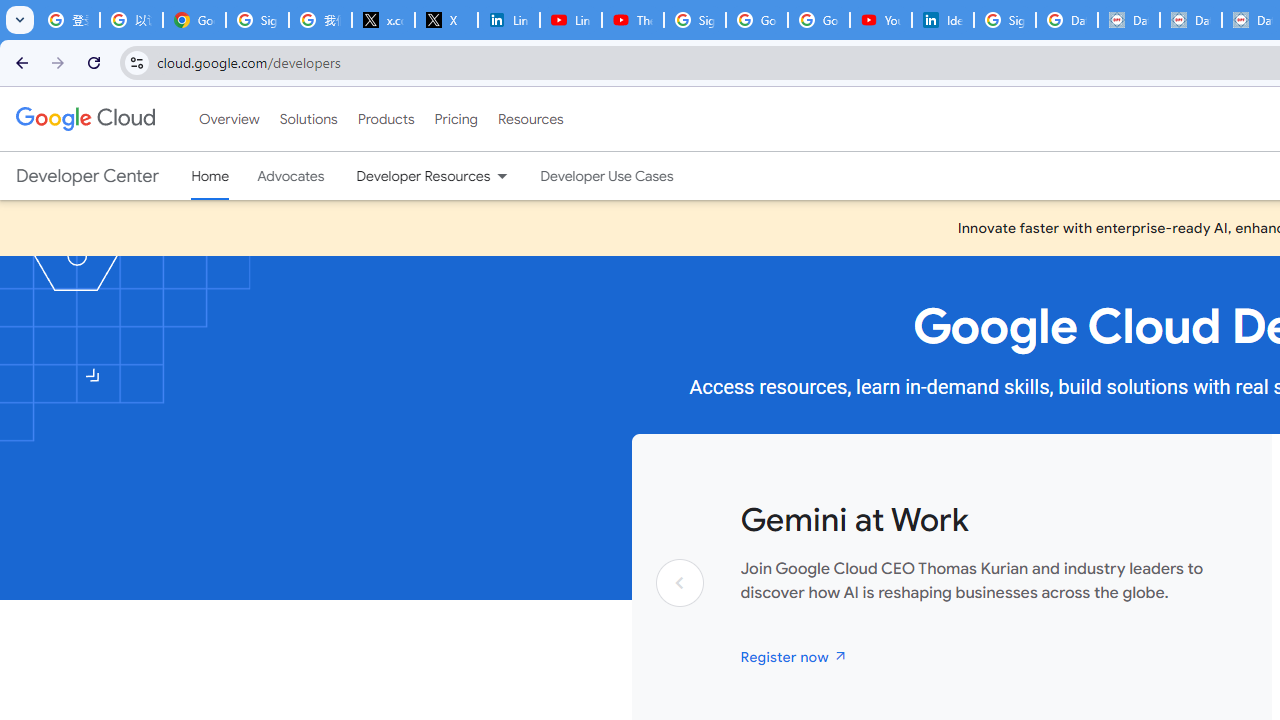 This screenshot has width=1280, height=720. I want to click on 'Solutions', so click(307, 119).